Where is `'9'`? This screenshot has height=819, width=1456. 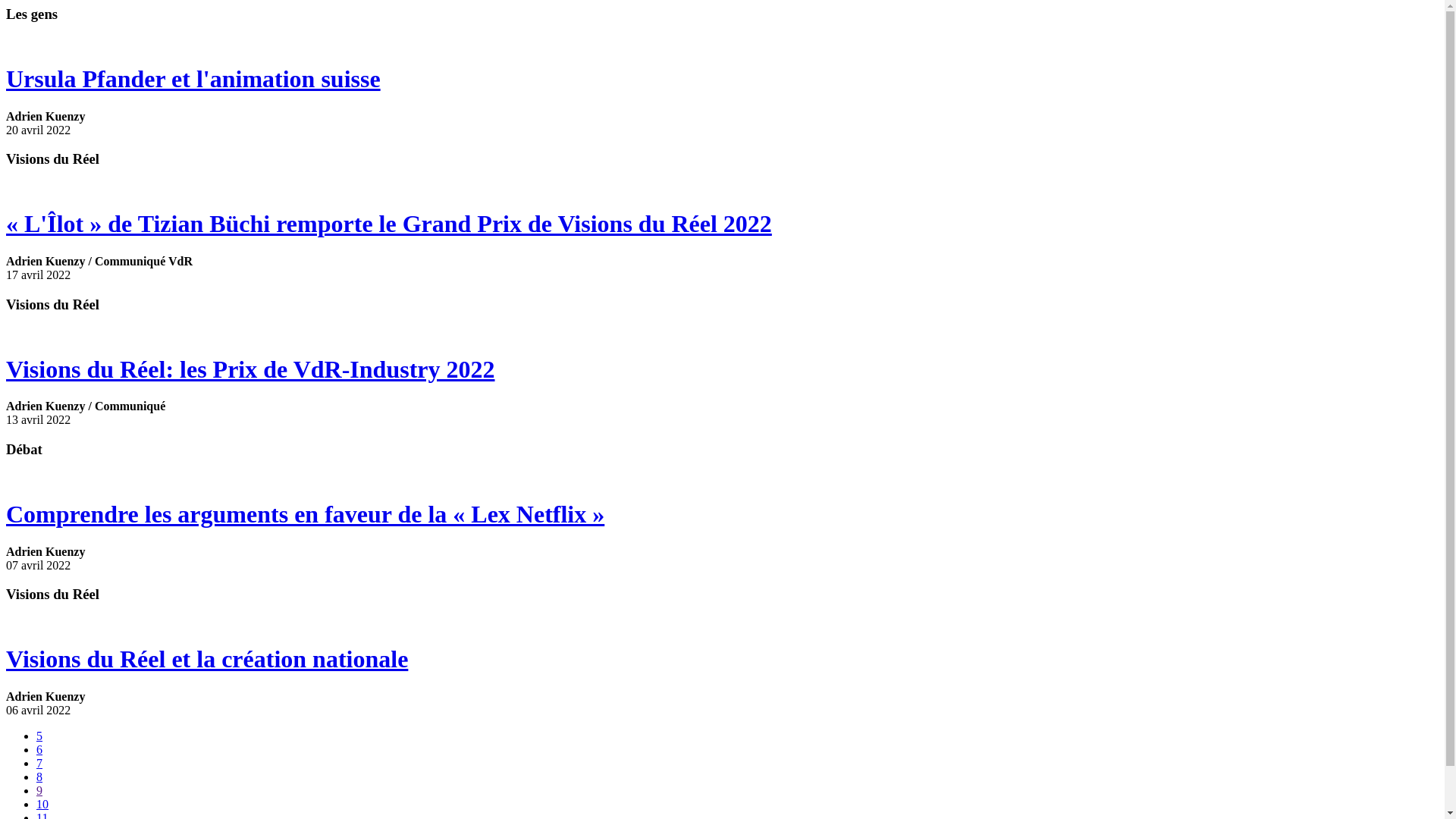
'9' is located at coordinates (39, 789).